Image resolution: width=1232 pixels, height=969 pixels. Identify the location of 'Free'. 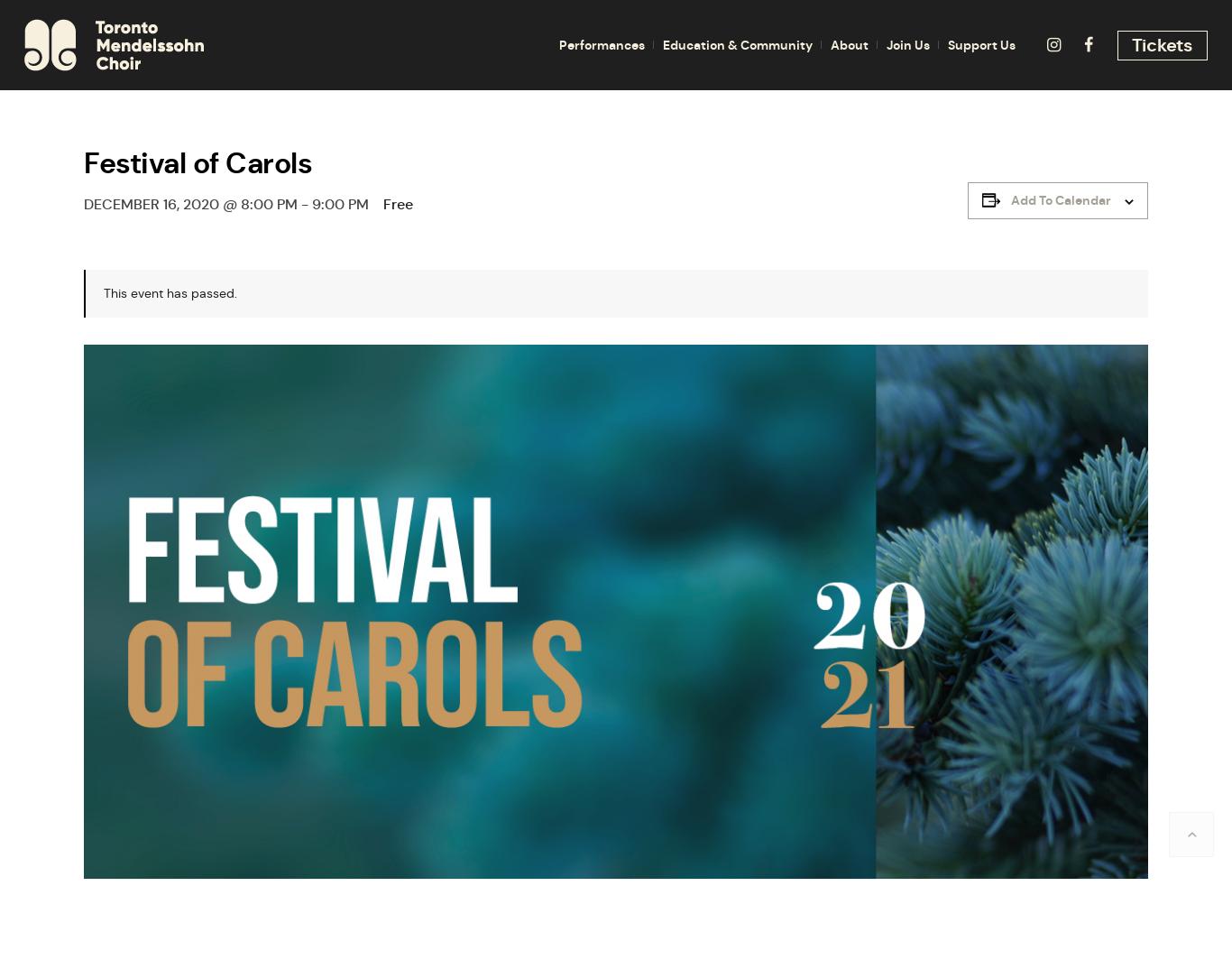
(397, 203).